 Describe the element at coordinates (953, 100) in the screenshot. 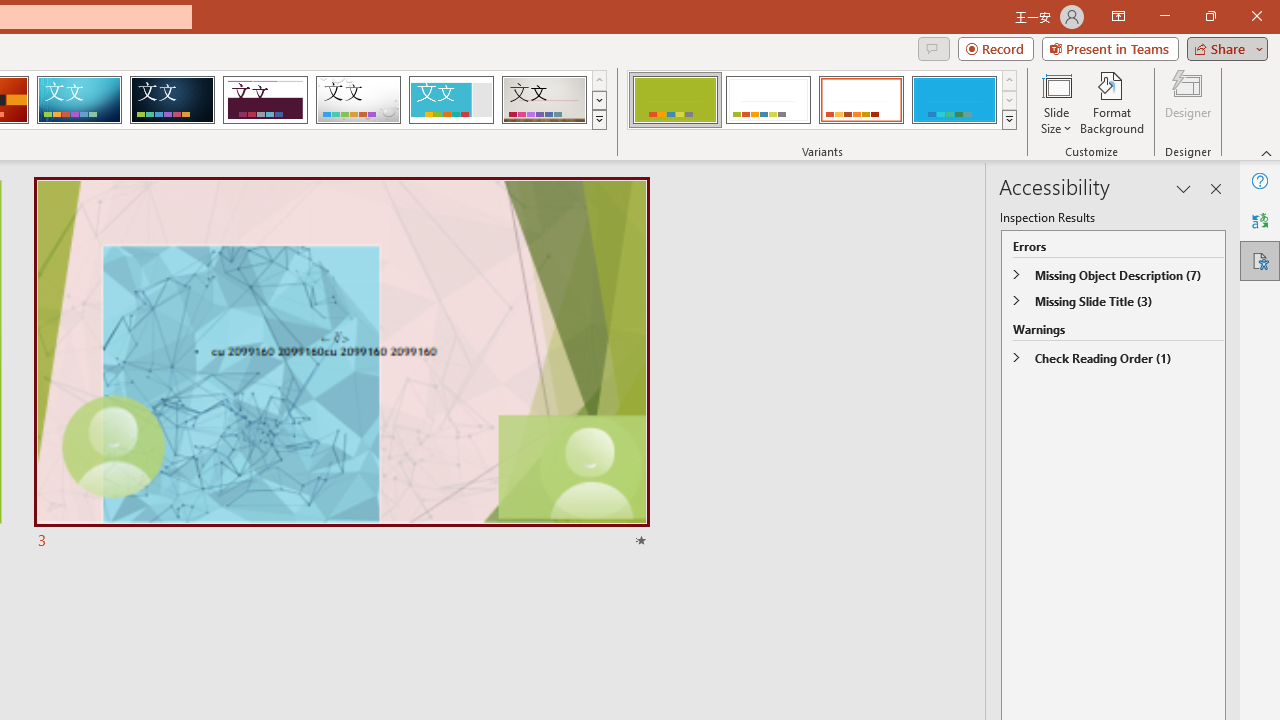

I see `'Basis Variant 4'` at that location.